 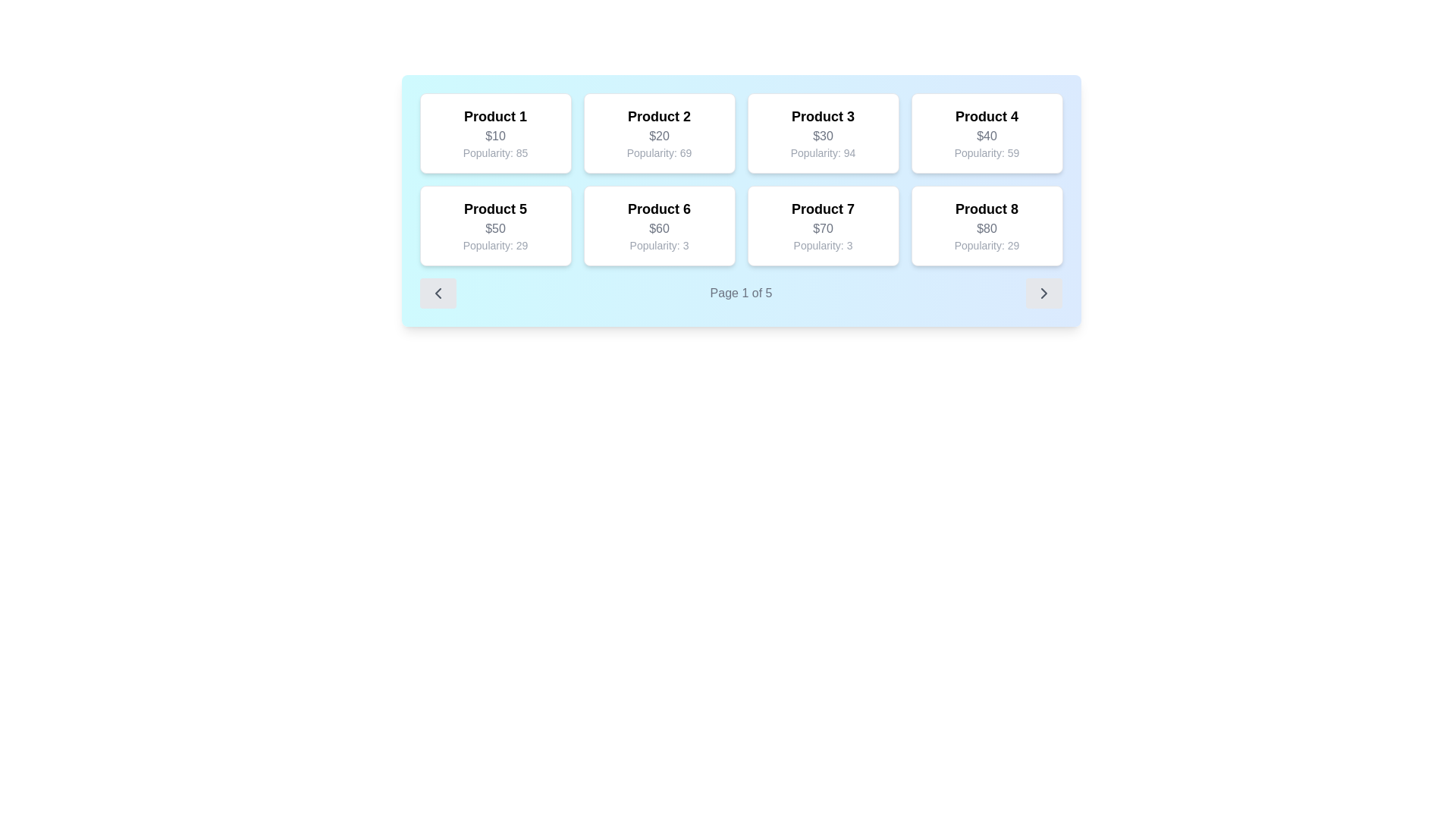 I want to click on the price text label displaying '$40' for 'Product 4', which is located below the product name and above the popularity information, so click(x=987, y=136).